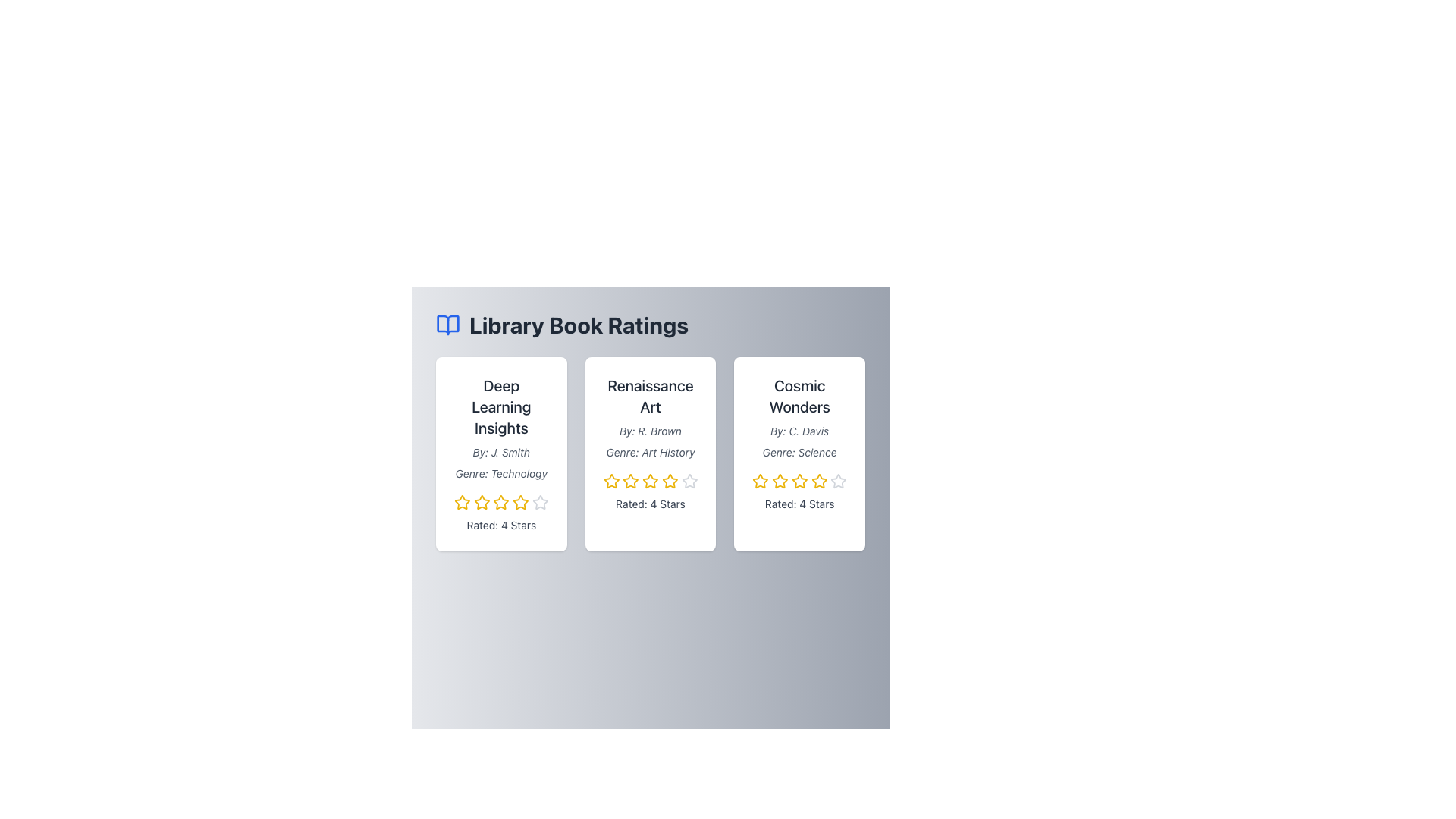 This screenshot has width=1456, height=819. What do you see at coordinates (540, 503) in the screenshot?
I see `the fifth star in the interactive rating stars located at the bottom of the first card beneath the 'Rated: 4 Stars' text` at bounding box center [540, 503].